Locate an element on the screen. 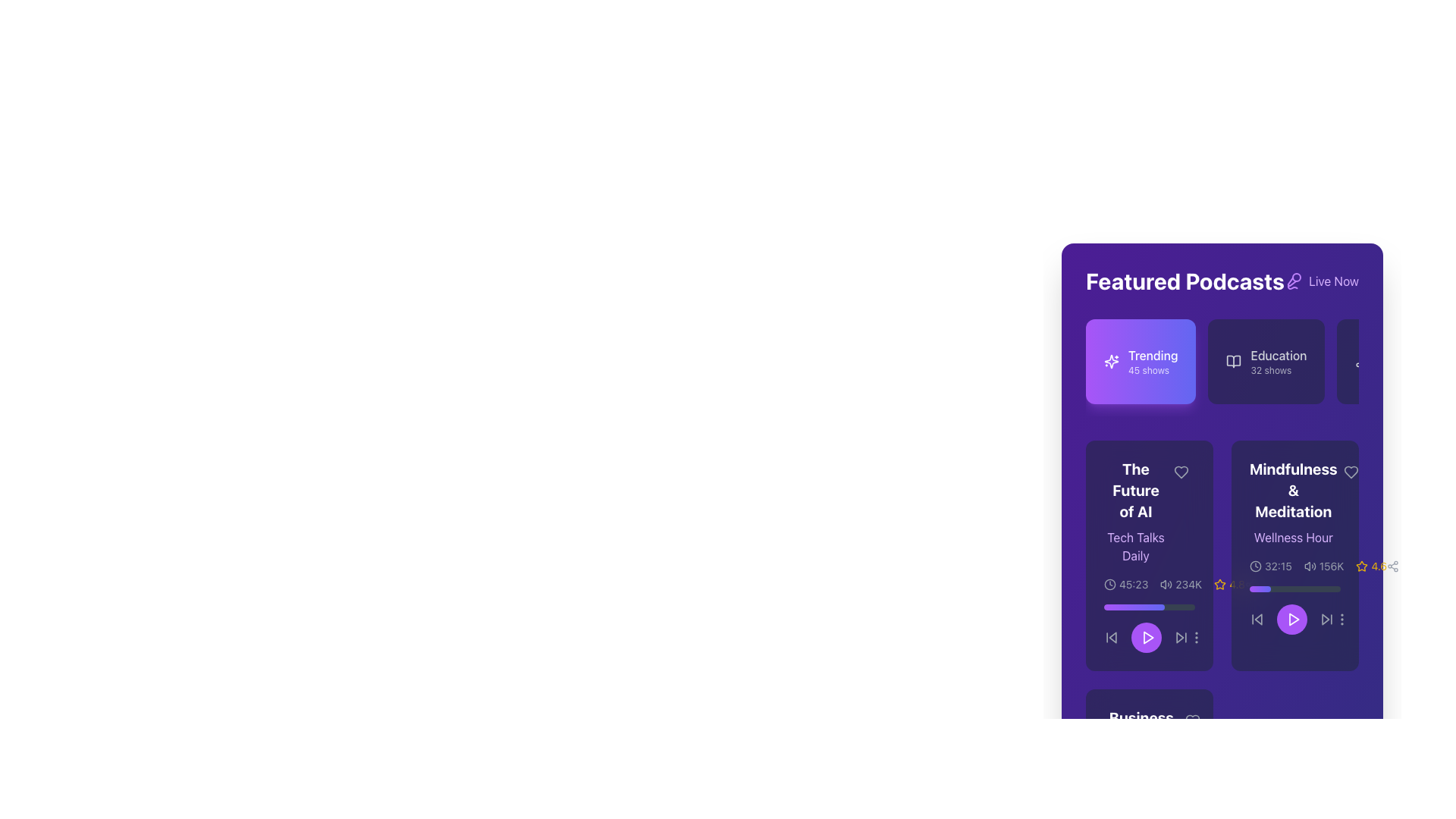  the yellow star-shaped icon representing the rating for the 'Mindfulness & Meditation' podcast is located at coordinates (1362, 566).